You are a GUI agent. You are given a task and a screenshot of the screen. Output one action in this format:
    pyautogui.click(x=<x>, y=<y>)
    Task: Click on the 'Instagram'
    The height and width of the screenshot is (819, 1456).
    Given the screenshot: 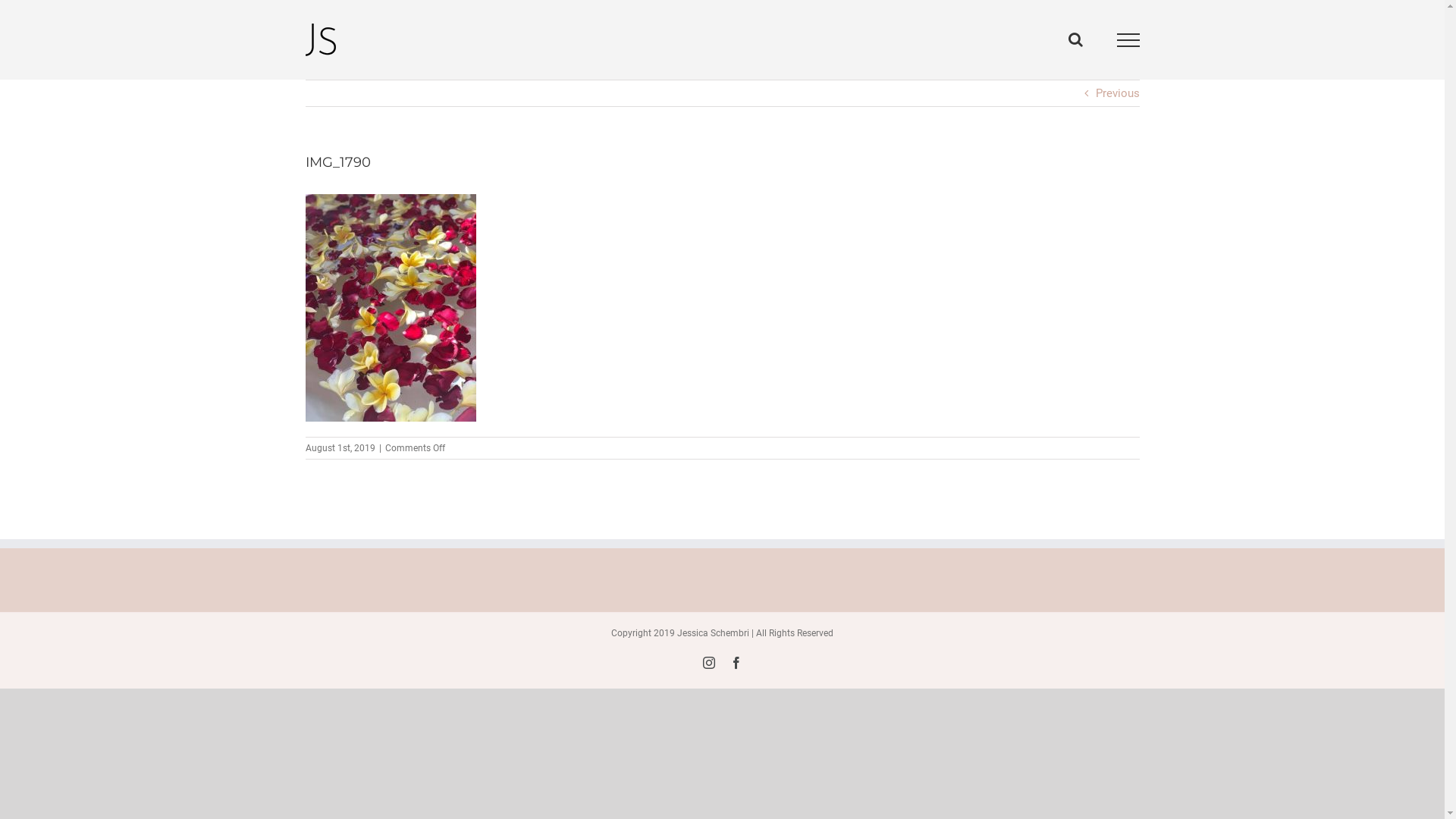 What is the action you would take?
    pyautogui.click(x=708, y=662)
    